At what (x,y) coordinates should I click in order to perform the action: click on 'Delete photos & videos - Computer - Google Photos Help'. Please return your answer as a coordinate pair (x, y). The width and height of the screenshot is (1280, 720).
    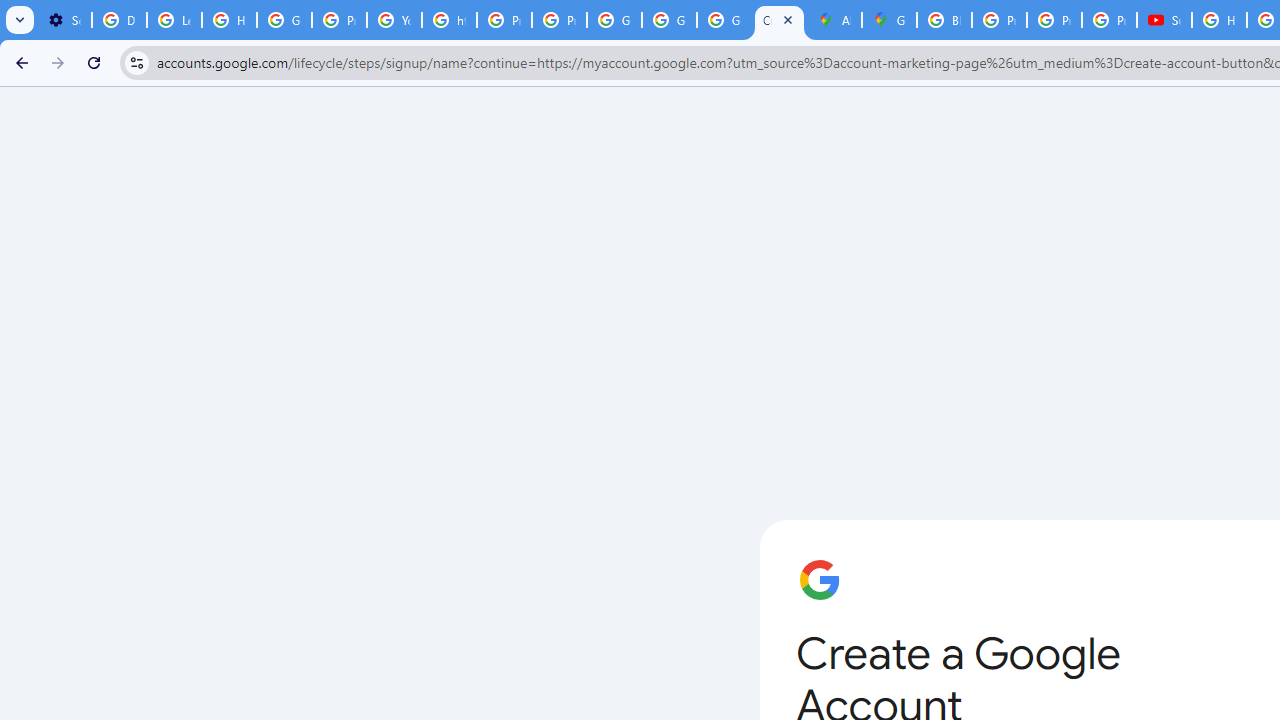
    Looking at the image, I should click on (118, 20).